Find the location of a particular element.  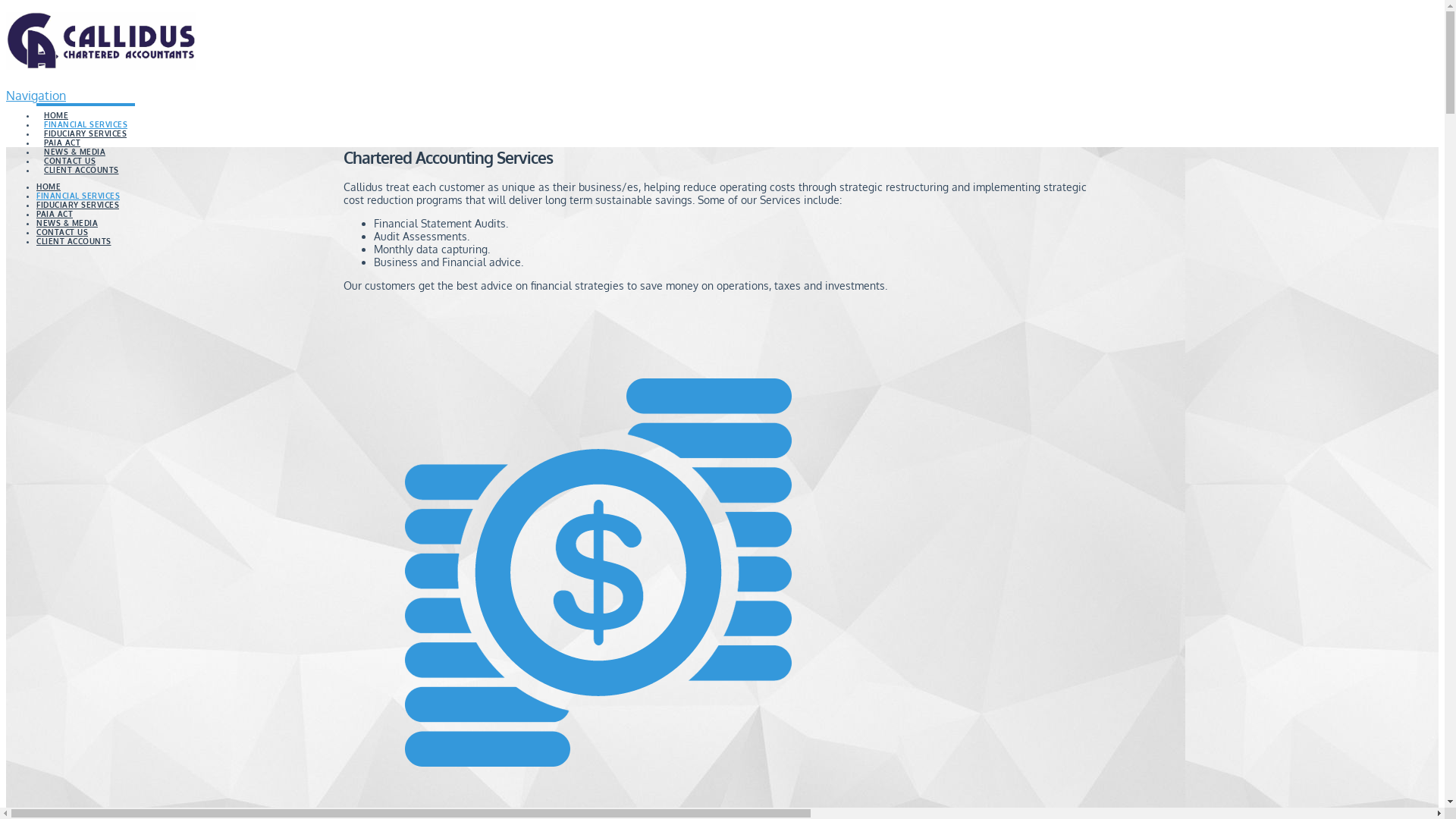

'Callidus Wealth Management' is located at coordinates (6, 49).